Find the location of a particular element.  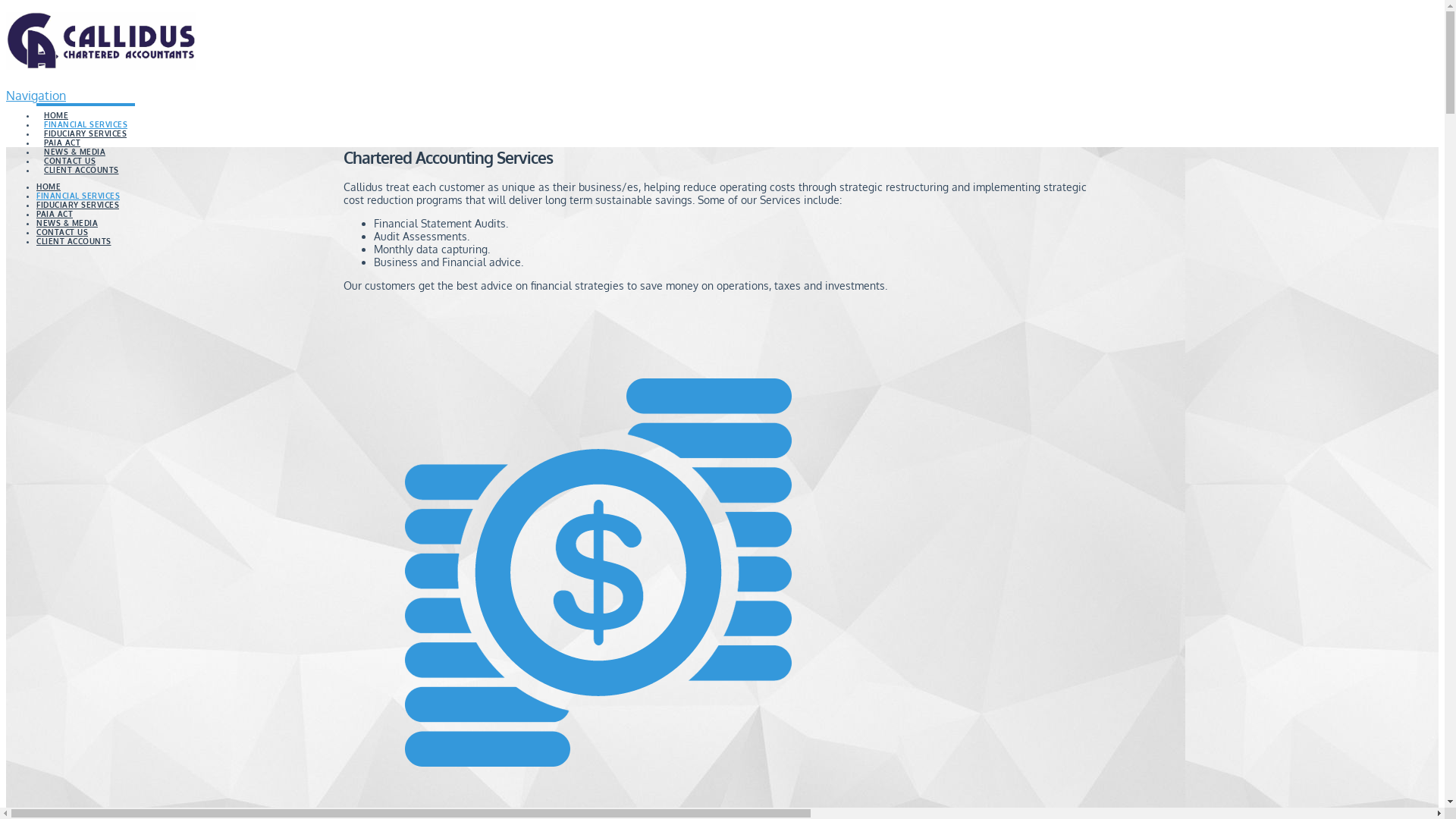

'Callidus Wealth Management' is located at coordinates (6, 49).